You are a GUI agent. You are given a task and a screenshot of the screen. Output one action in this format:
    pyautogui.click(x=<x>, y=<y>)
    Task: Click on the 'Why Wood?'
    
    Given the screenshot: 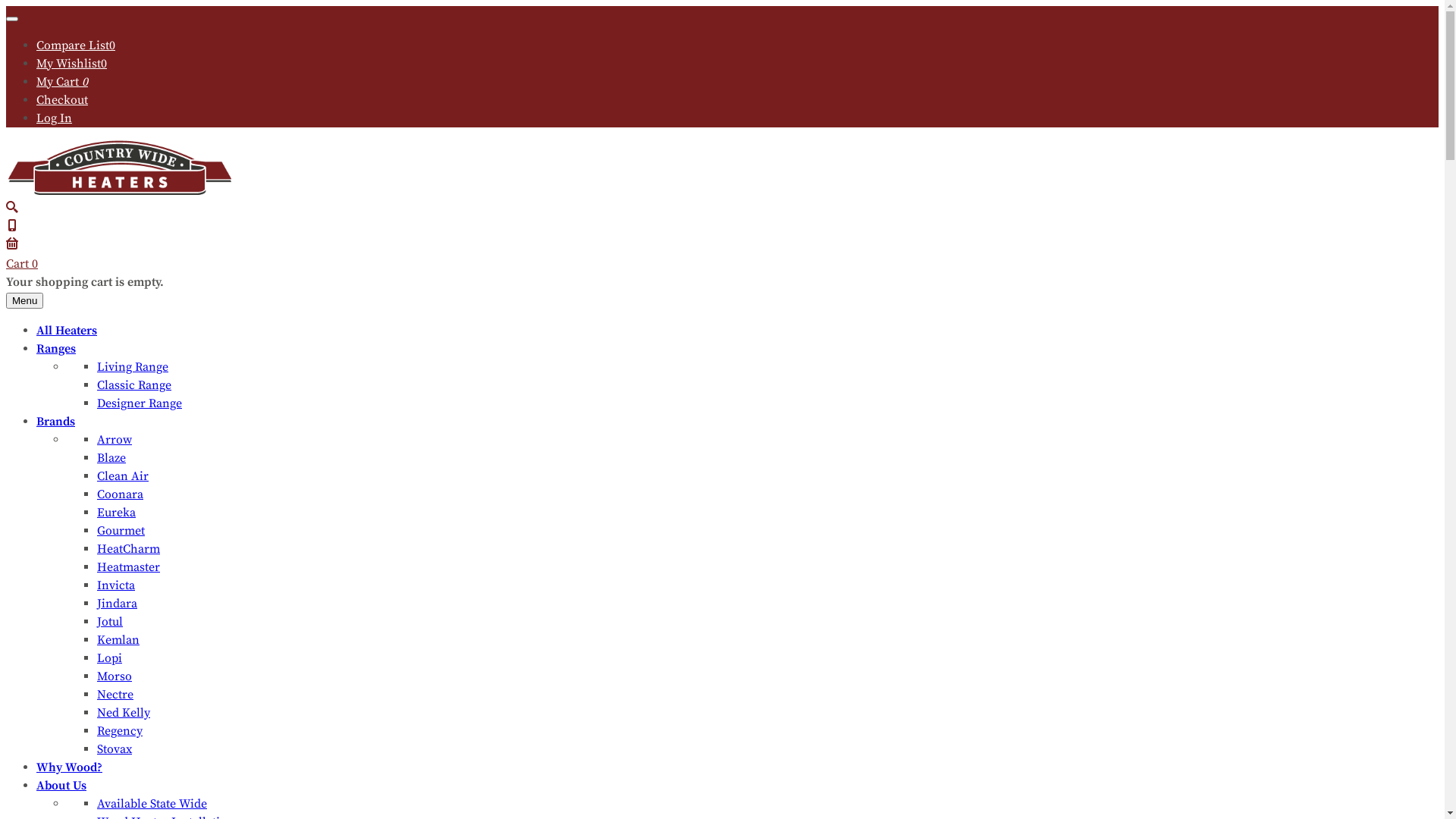 What is the action you would take?
    pyautogui.click(x=68, y=767)
    